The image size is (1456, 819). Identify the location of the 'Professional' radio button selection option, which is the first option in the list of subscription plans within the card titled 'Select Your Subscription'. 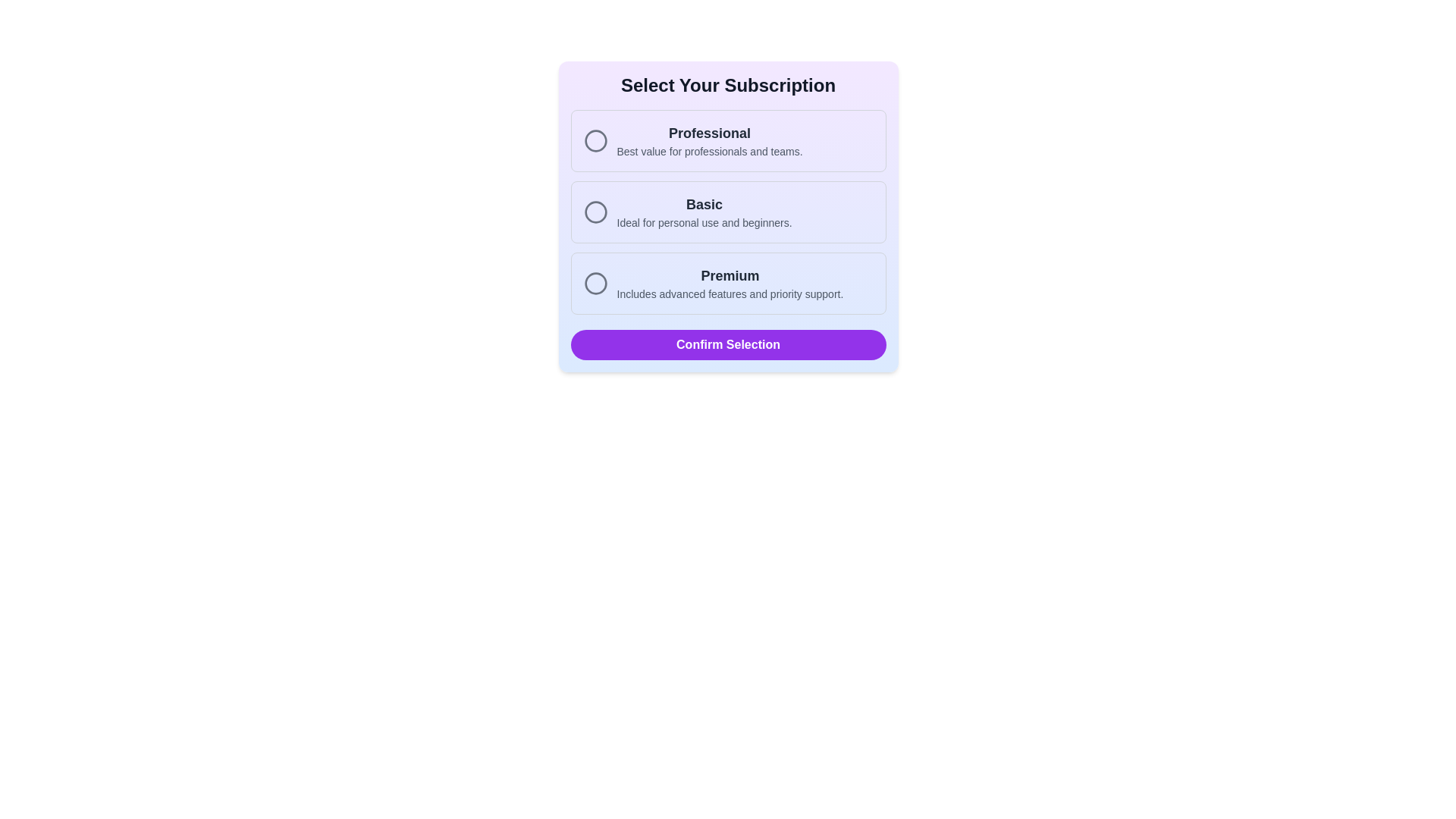
(728, 140).